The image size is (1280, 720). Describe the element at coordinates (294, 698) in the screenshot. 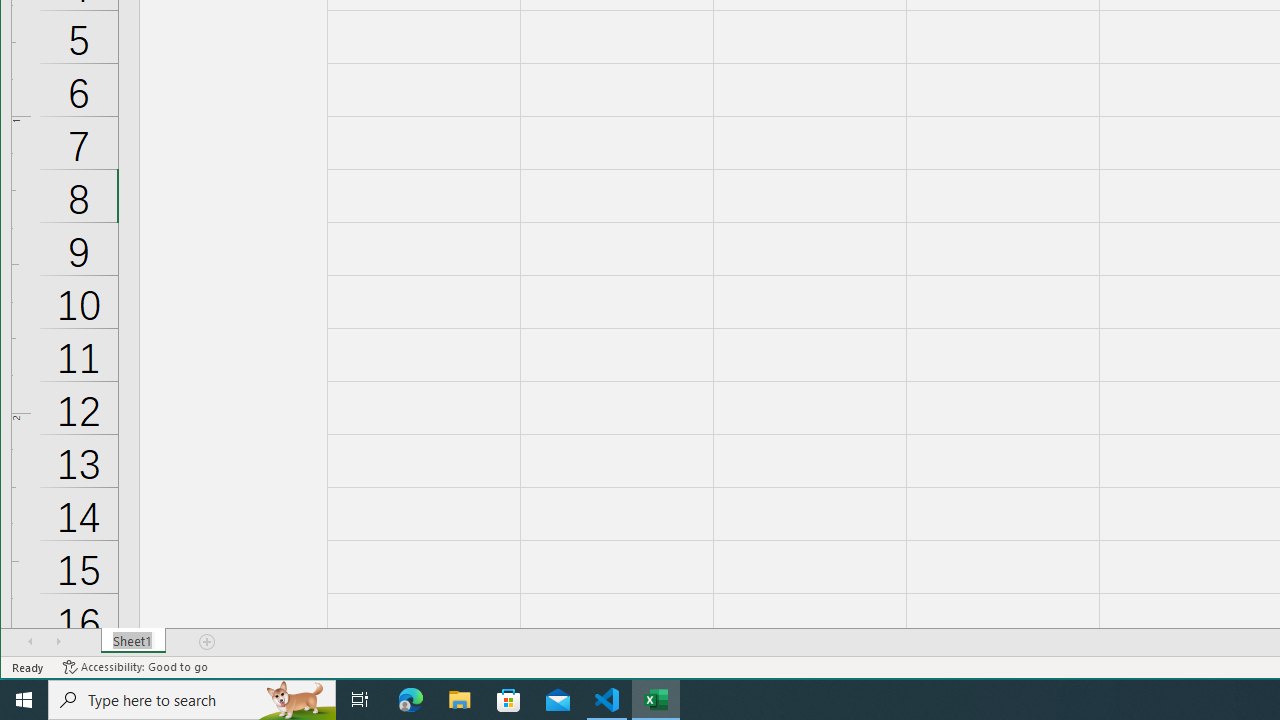

I see `'Search highlights icon opens search home window'` at that location.